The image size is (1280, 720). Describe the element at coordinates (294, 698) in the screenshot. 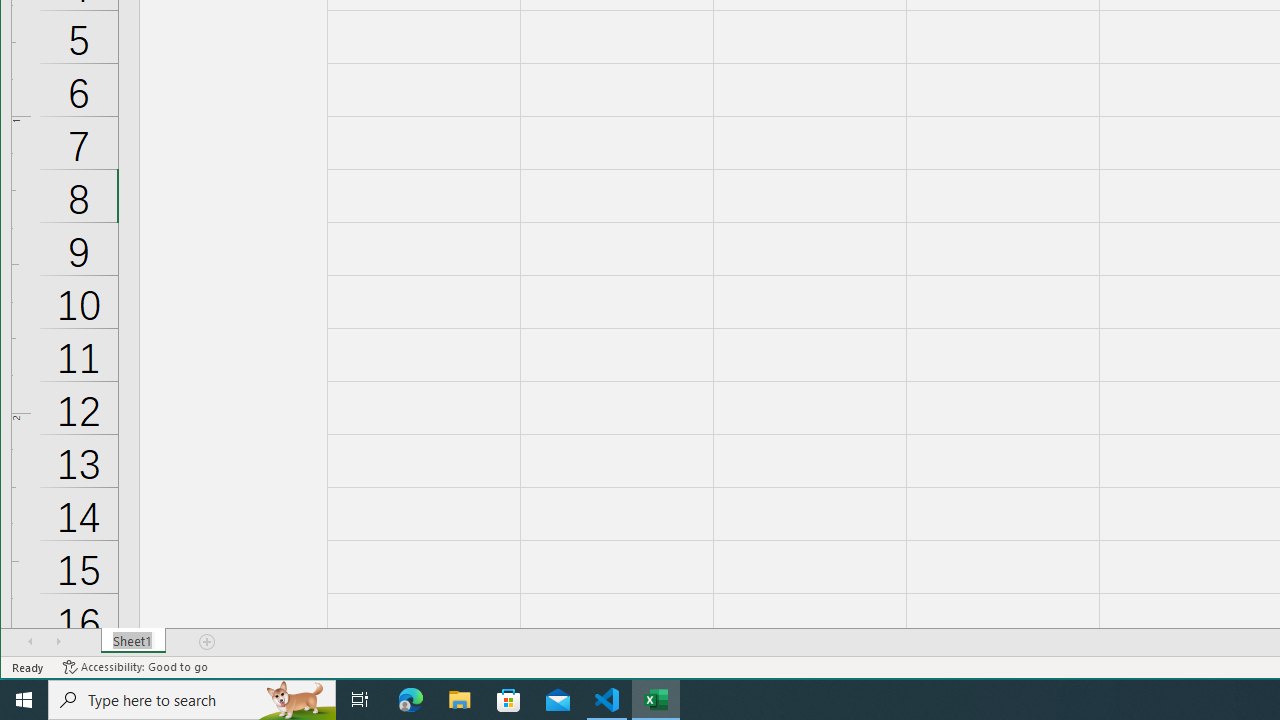

I see `'Search highlights icon opens search home window'` at that location.